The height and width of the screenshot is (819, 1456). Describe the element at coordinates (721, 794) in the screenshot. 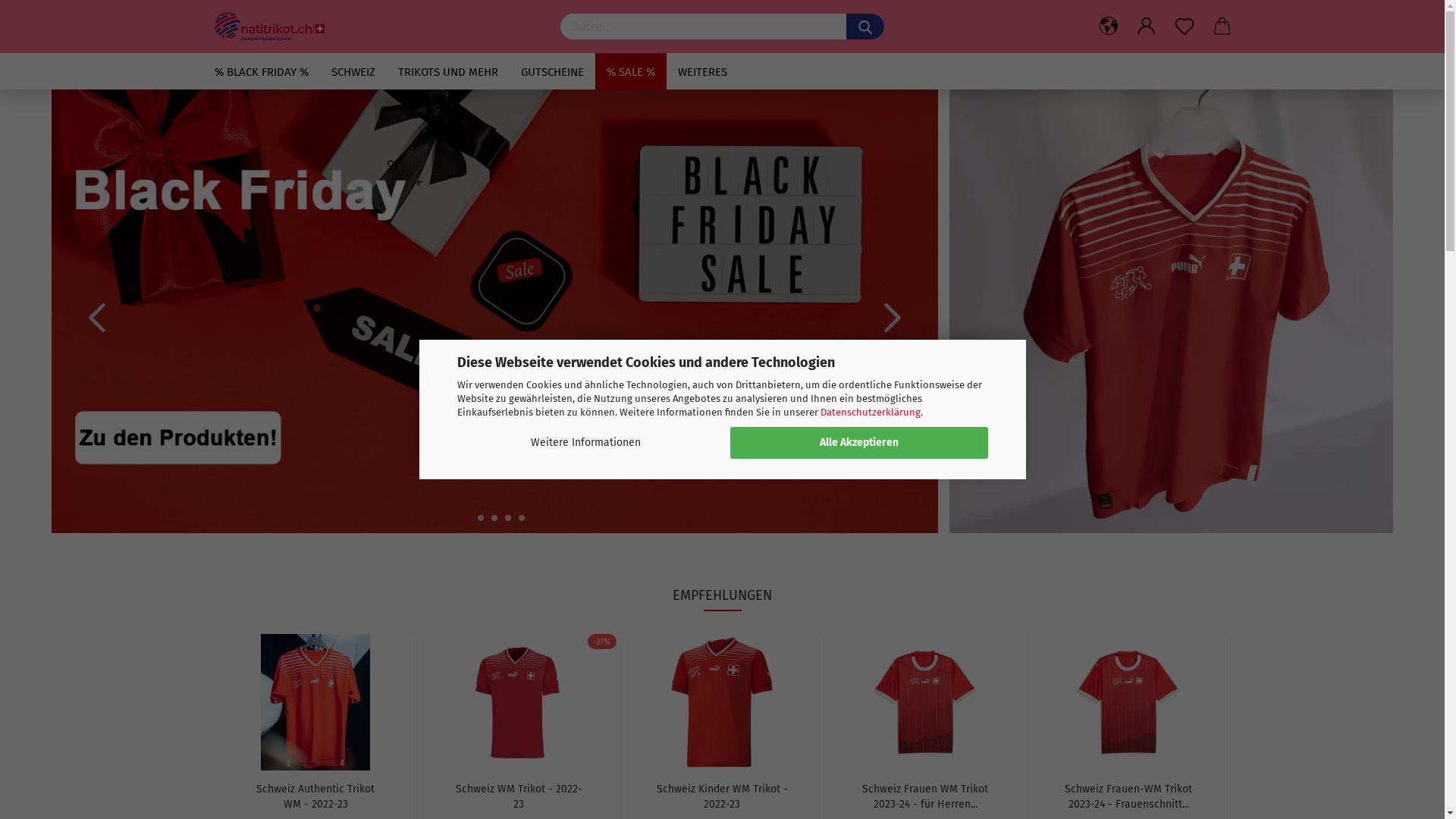

I see `'Schweiz Kinder WM Trikot - 2022-23'` at that location.